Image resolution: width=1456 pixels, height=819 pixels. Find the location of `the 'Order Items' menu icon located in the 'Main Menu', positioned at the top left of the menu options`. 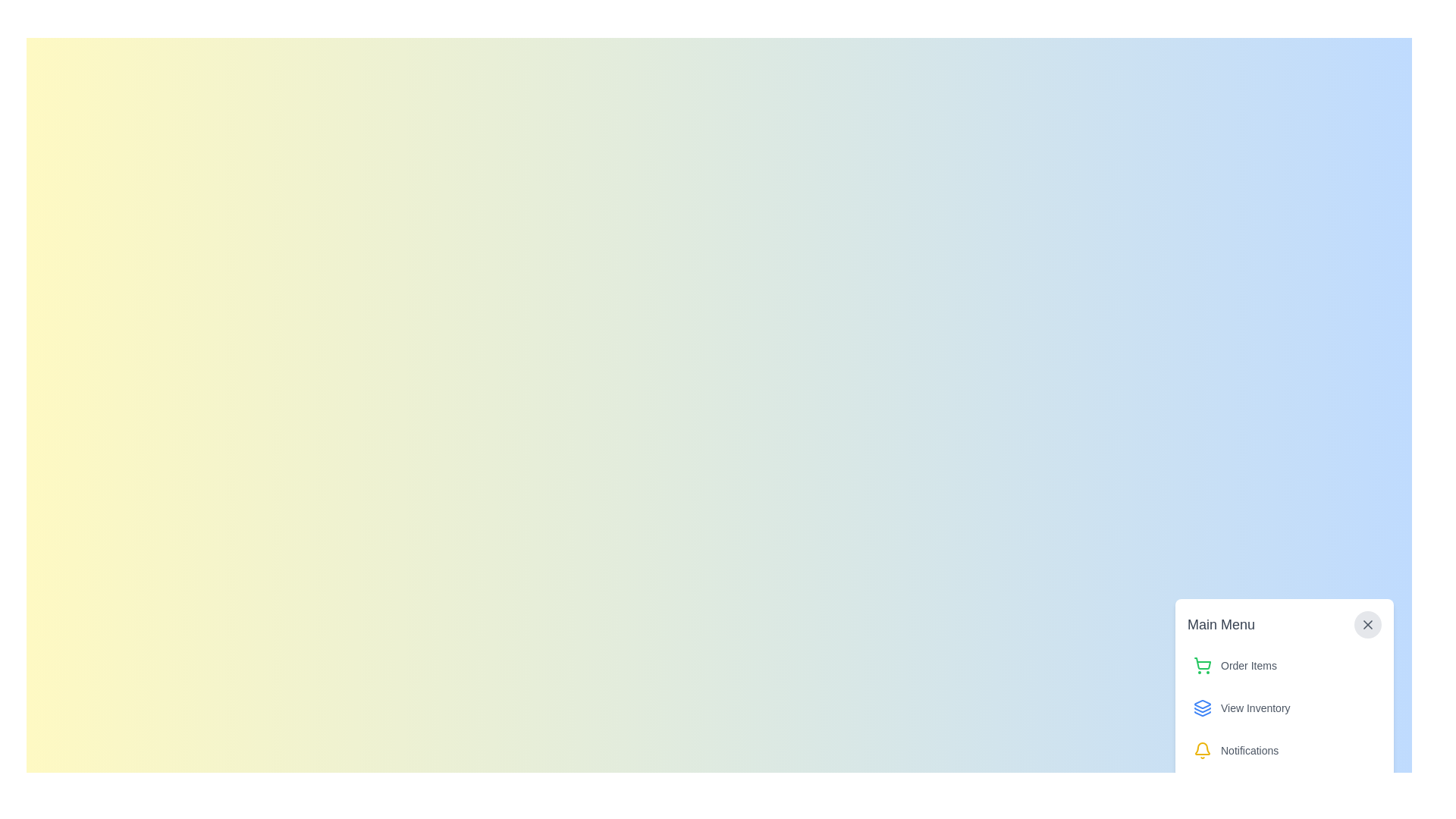

the 'Order Items' menu icon located in the 'Main Menu', positioned at the top left of the menu options is located at coordinates (1201, 665).